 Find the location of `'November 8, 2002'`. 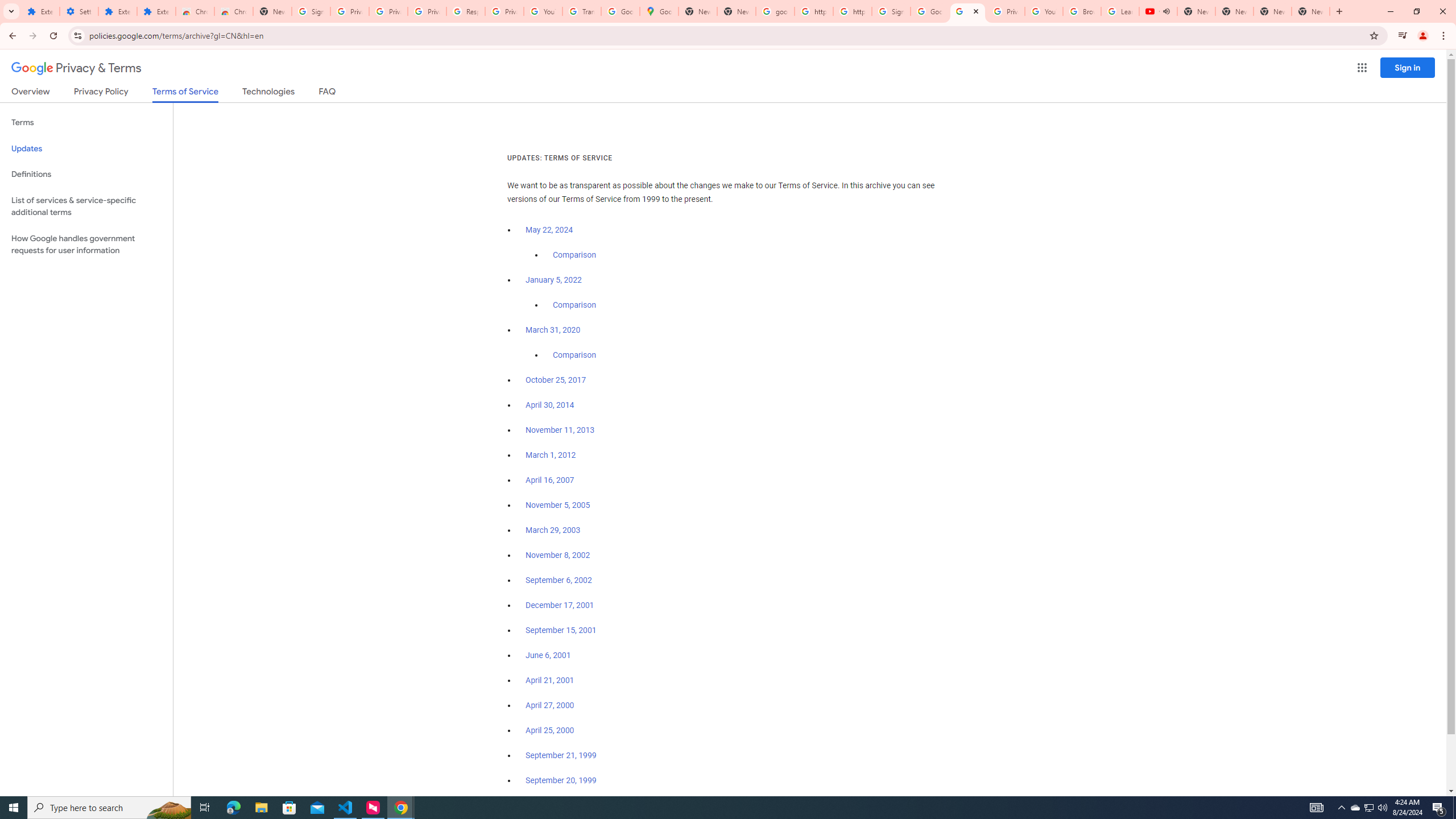

'November 8, 2002' is located at coordinates (557, 555).